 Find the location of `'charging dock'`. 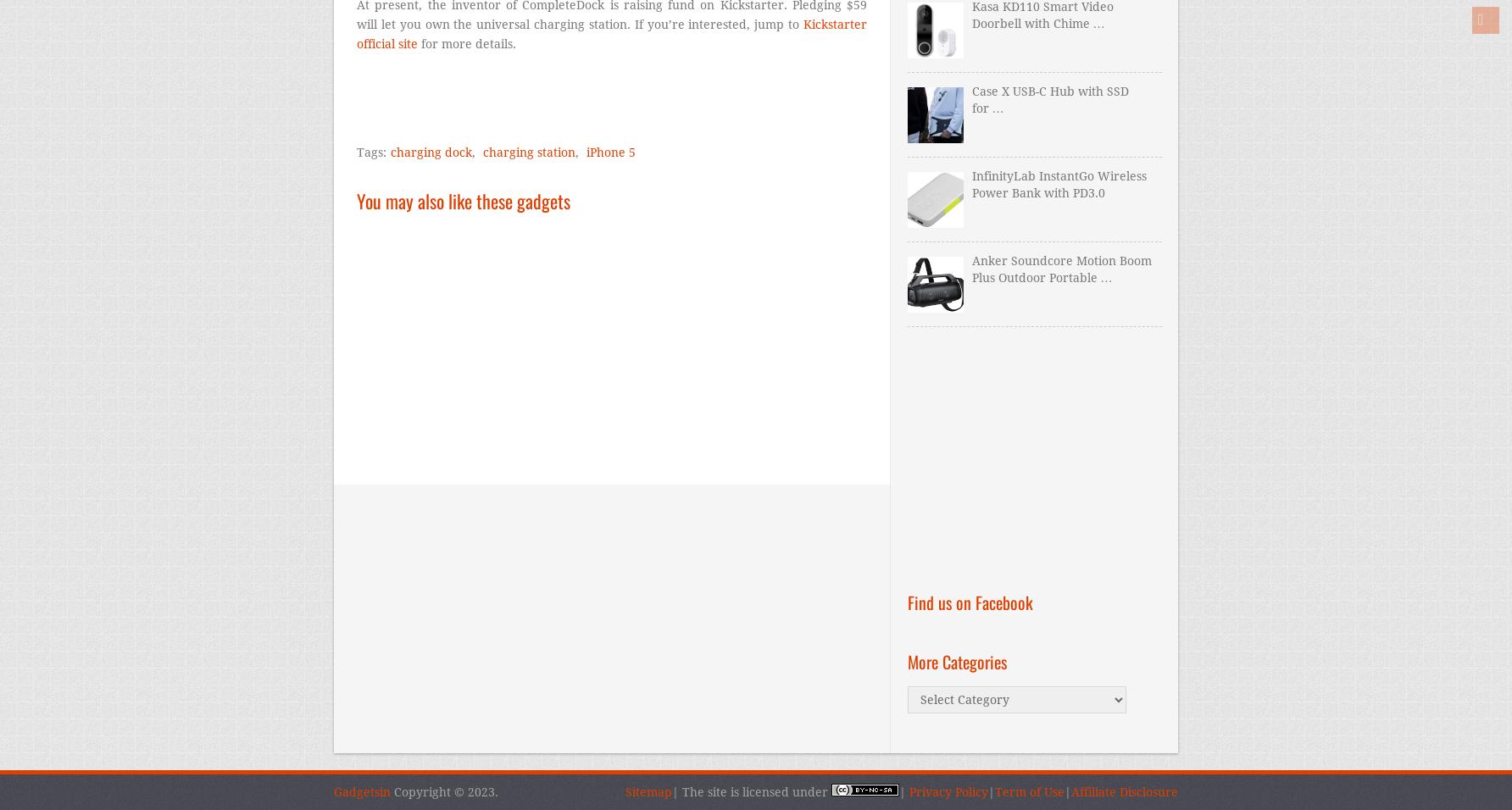

'charging dock' is located at coordinates (431, 153).